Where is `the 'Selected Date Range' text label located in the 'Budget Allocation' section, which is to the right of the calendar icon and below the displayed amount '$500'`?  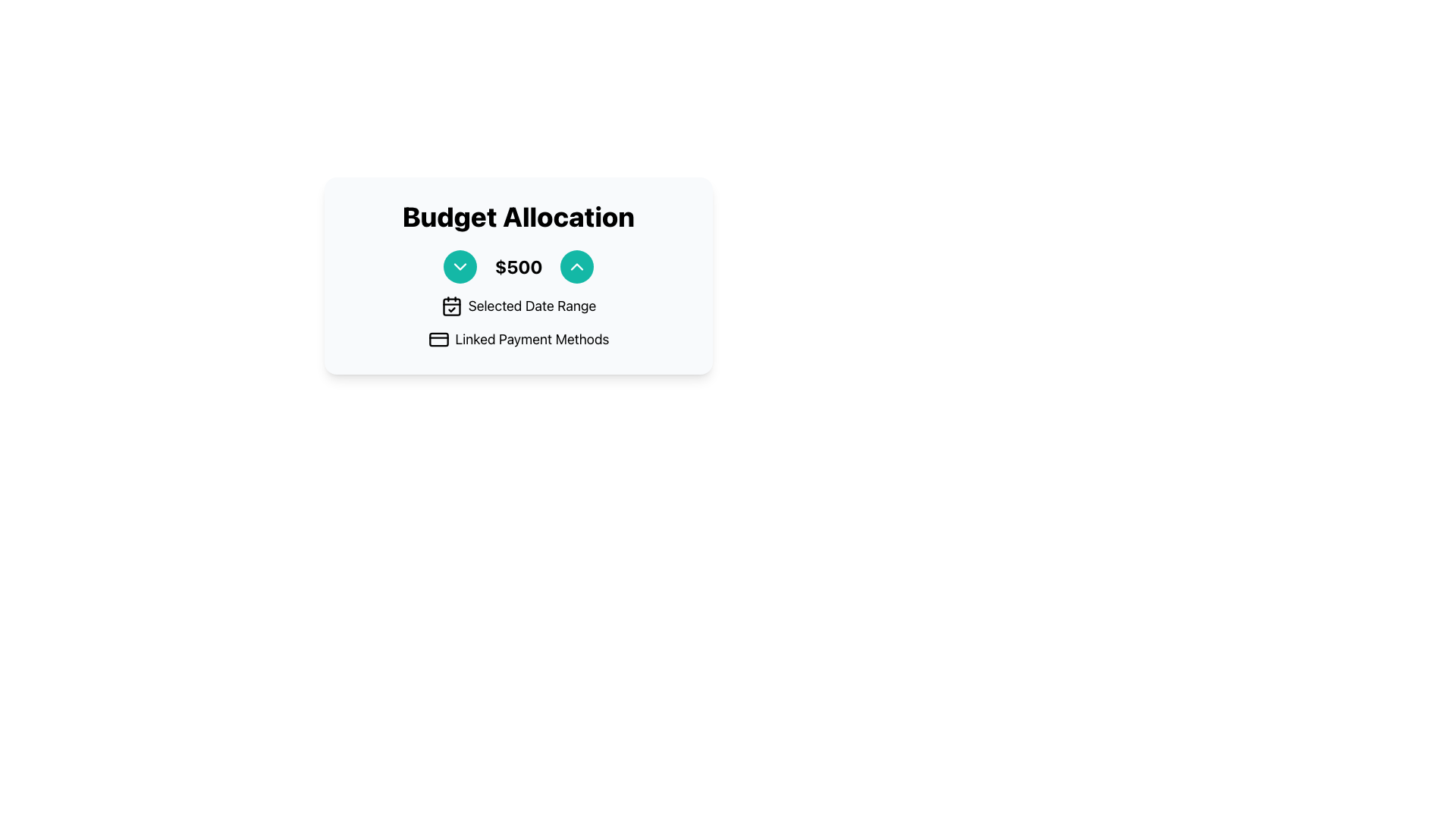
the 'Selected Date Range' text label located in the 'Budget Allocation' section, which is to the right of the calendar icon and below the displayed amount '$500' is located at coordinates (532, 306).